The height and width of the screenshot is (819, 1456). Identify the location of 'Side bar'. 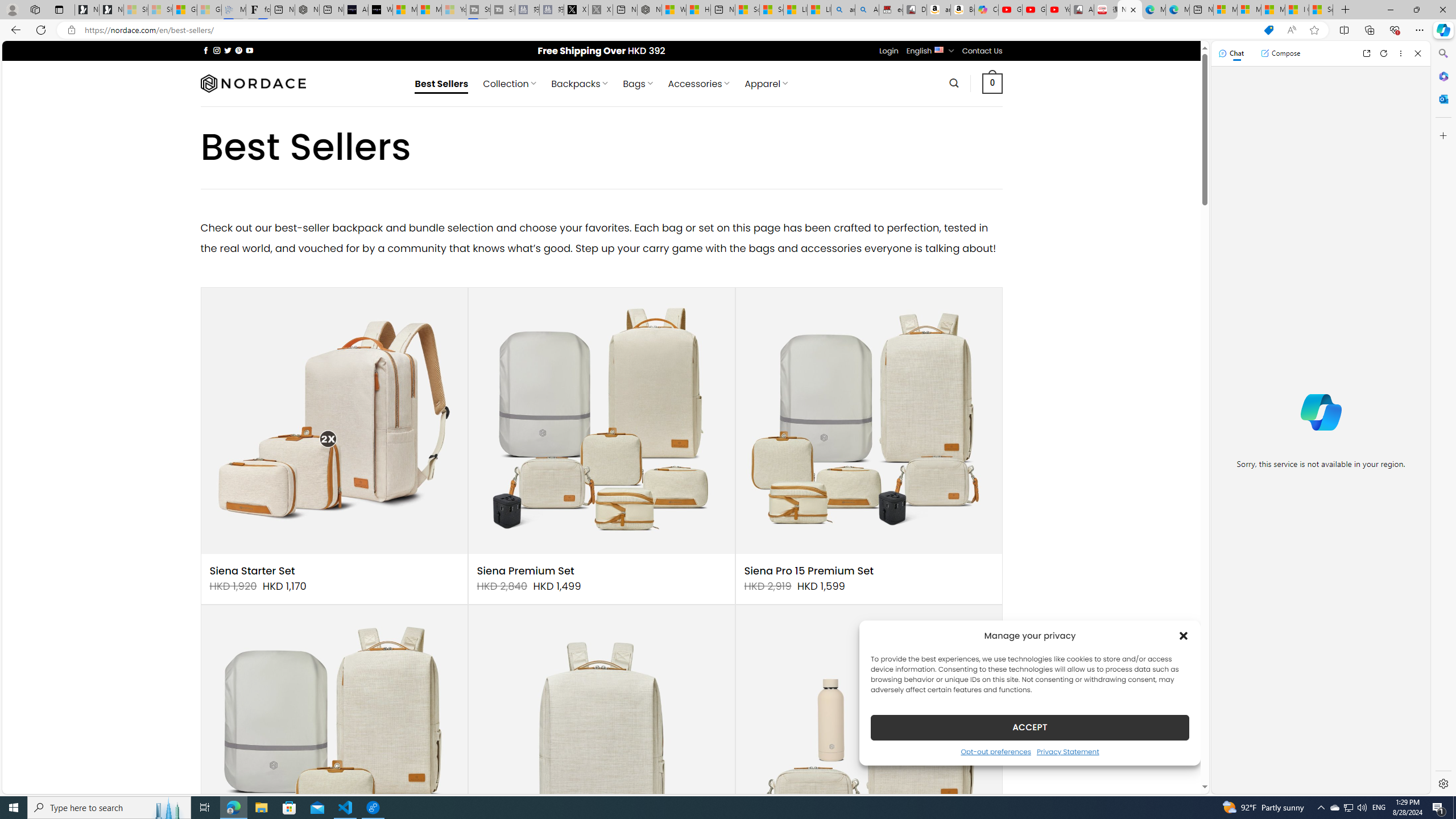
(1443, 418).